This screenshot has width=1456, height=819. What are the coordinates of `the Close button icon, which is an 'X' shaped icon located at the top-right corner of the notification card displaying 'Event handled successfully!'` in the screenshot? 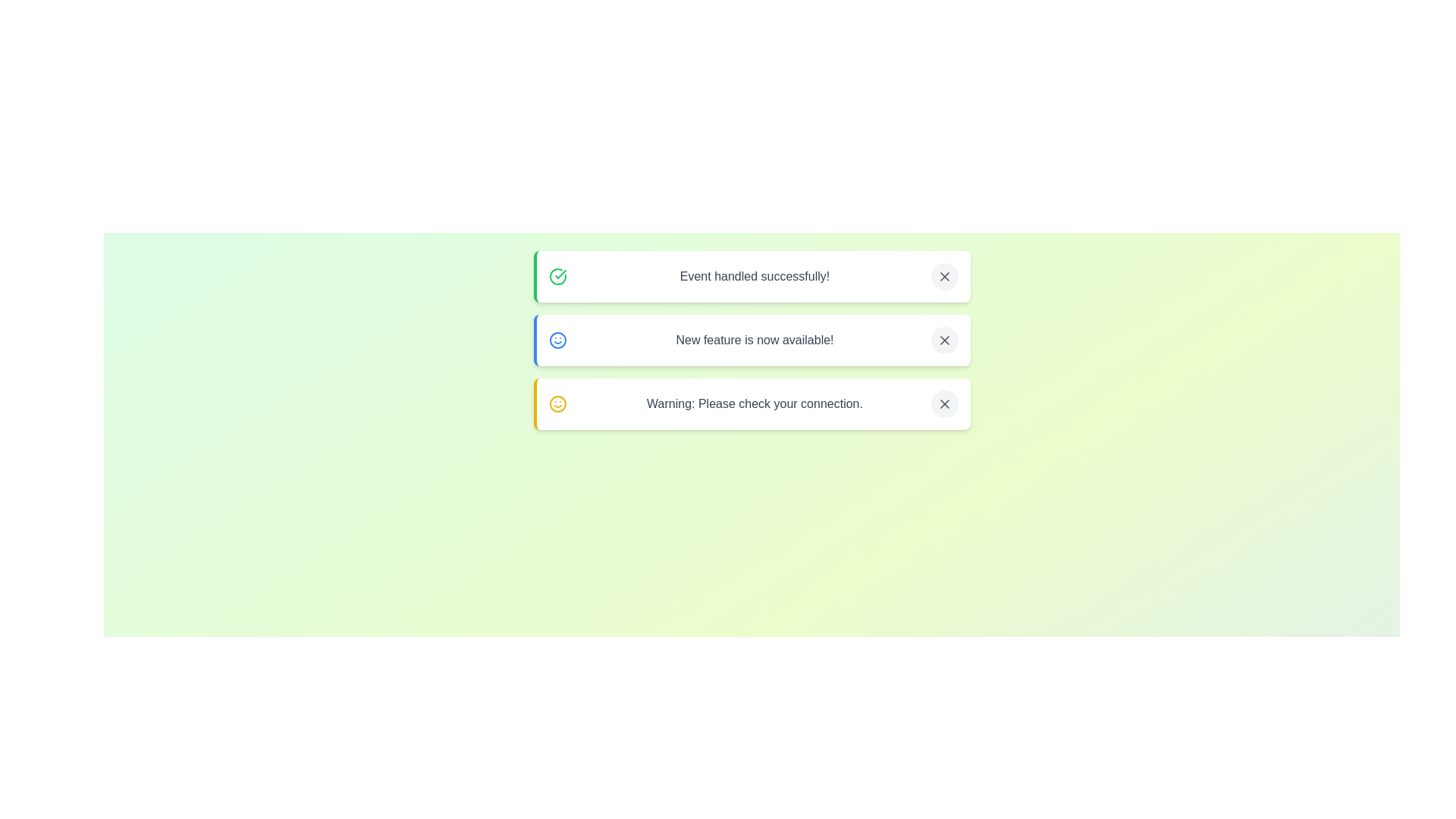 It's located at (943, 277).